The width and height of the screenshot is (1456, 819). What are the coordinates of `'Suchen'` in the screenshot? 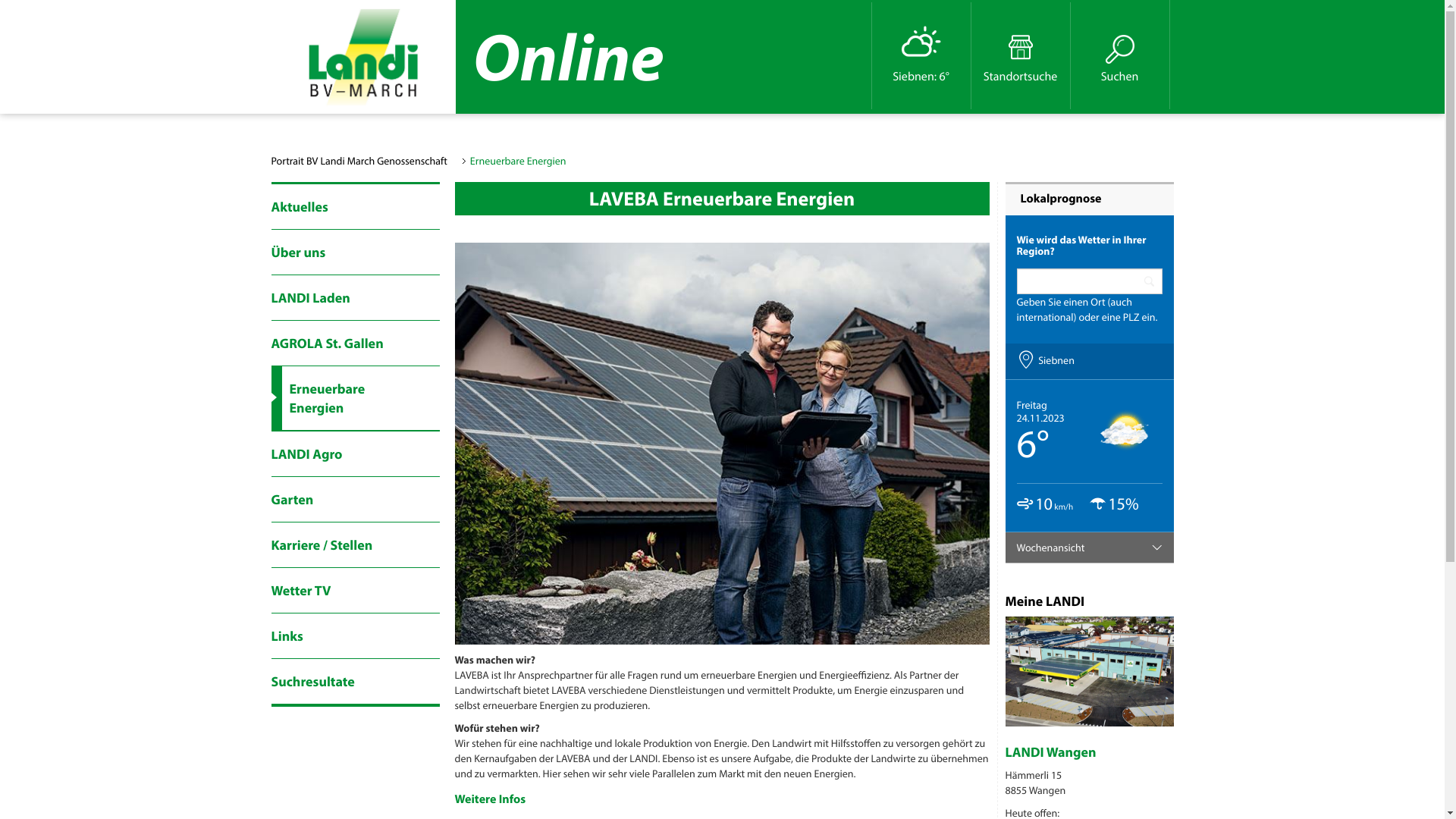 It's located at (1120, 55).